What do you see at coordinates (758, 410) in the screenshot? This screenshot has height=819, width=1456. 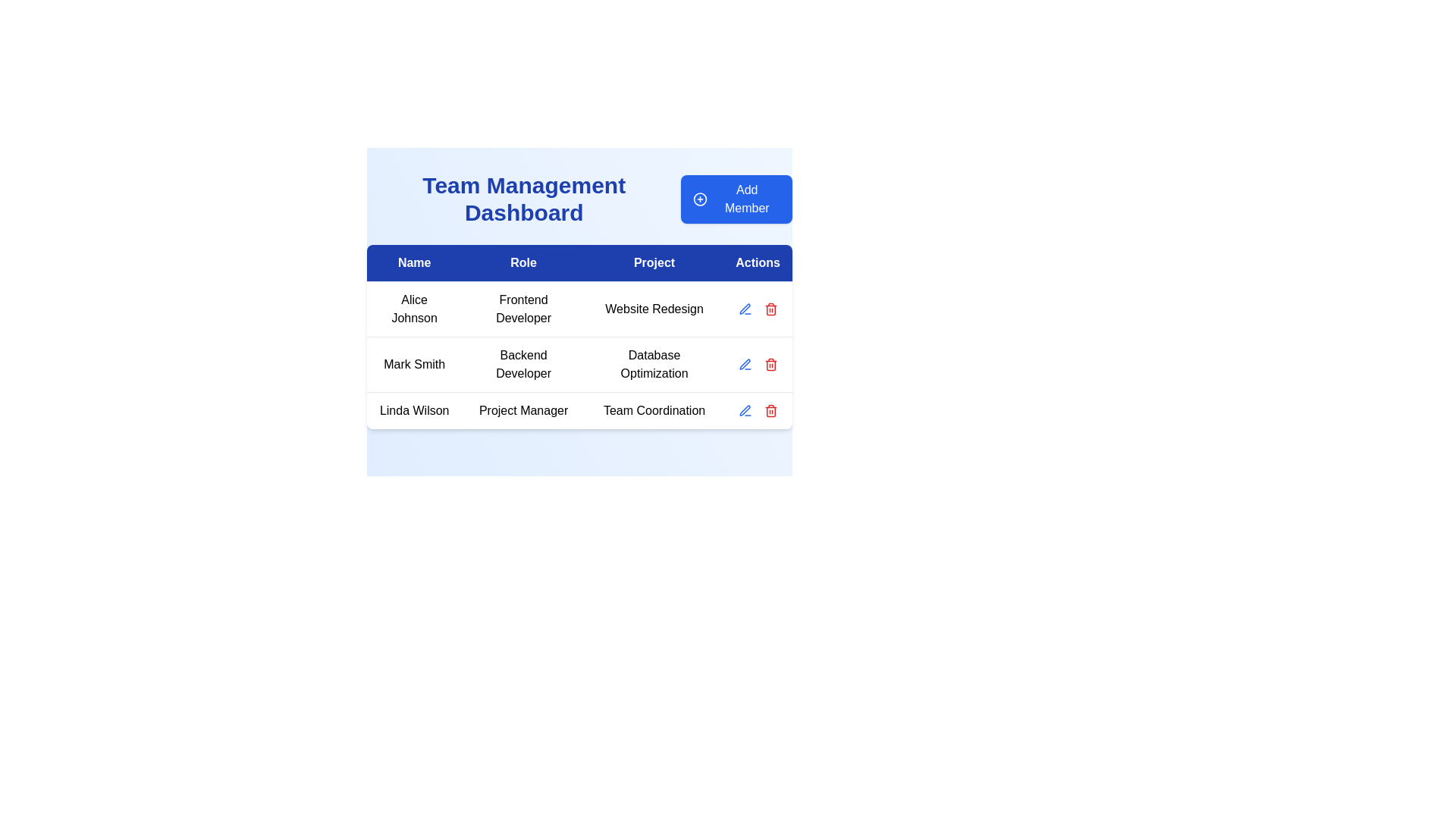 I see `the Action Cell in the 'Actions' column of the third row for 'Linda Wilson'` at bounding box center [758, 410].